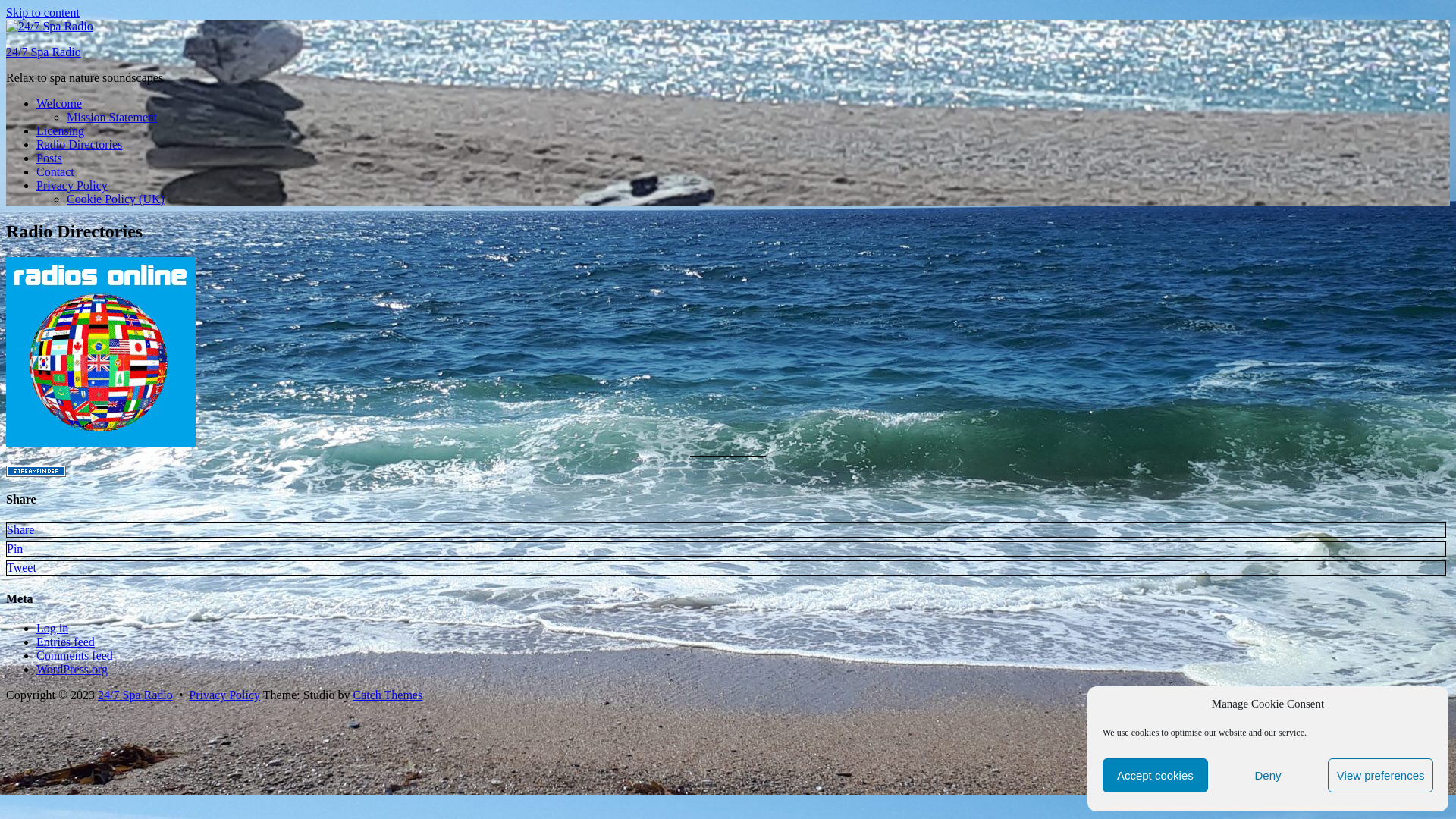 This screenshot has width=1456, height=819. I want to click on 'Contact', so click(55, 171).